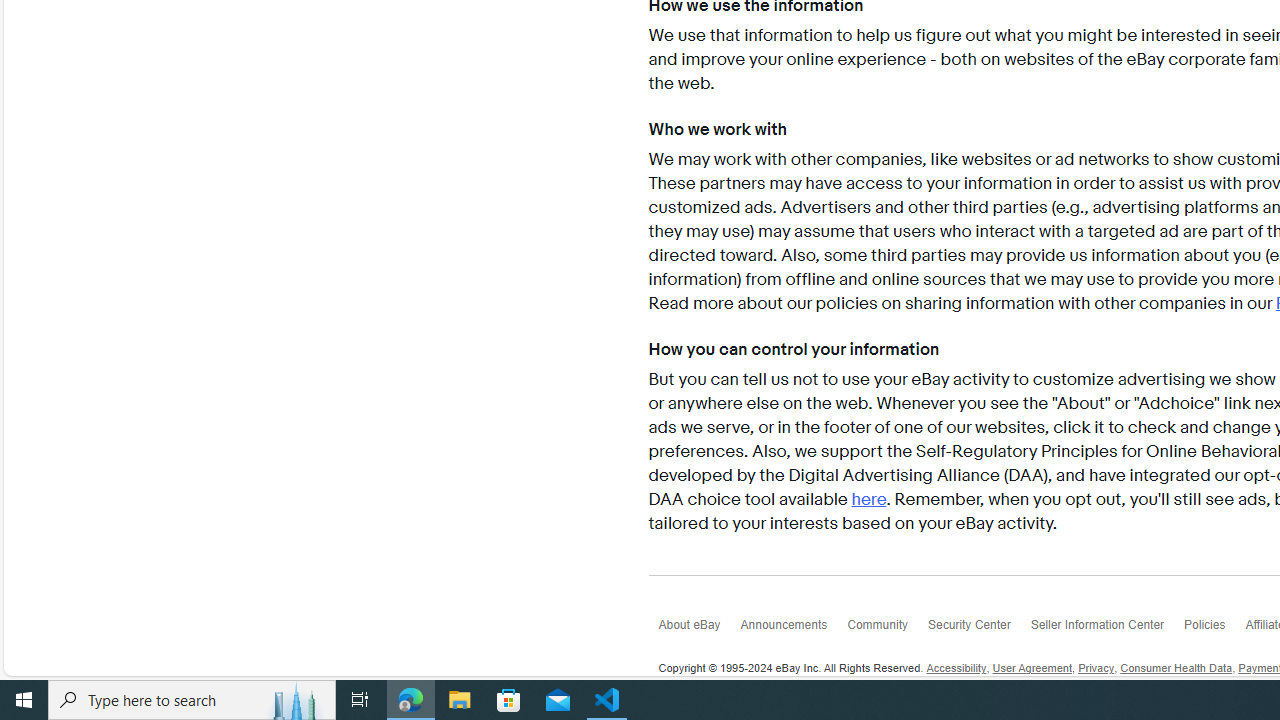  I want to click on 'User Agreement', so click(1032, 669).